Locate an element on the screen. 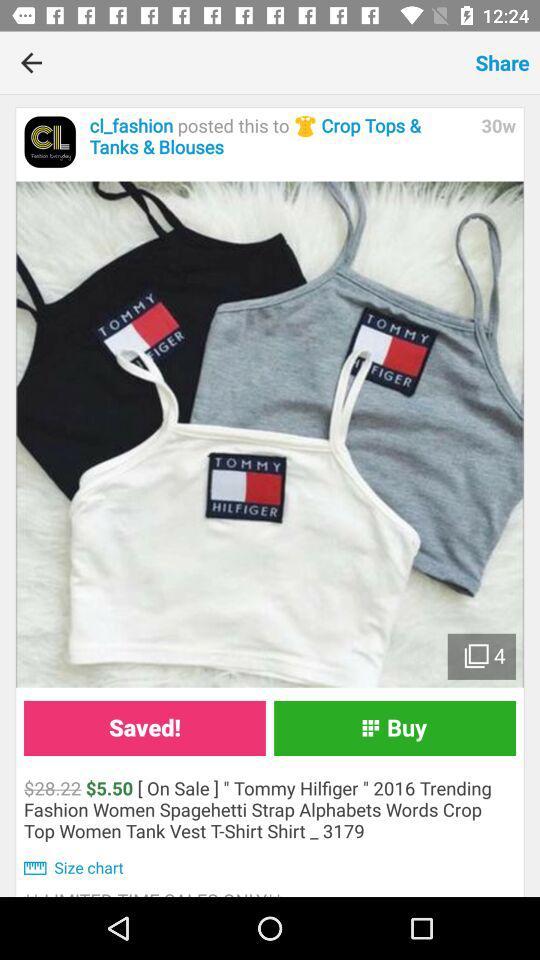 The height and width of the screenshot is (960, 540). item next to the 30w is located at coordinates (279, 136).